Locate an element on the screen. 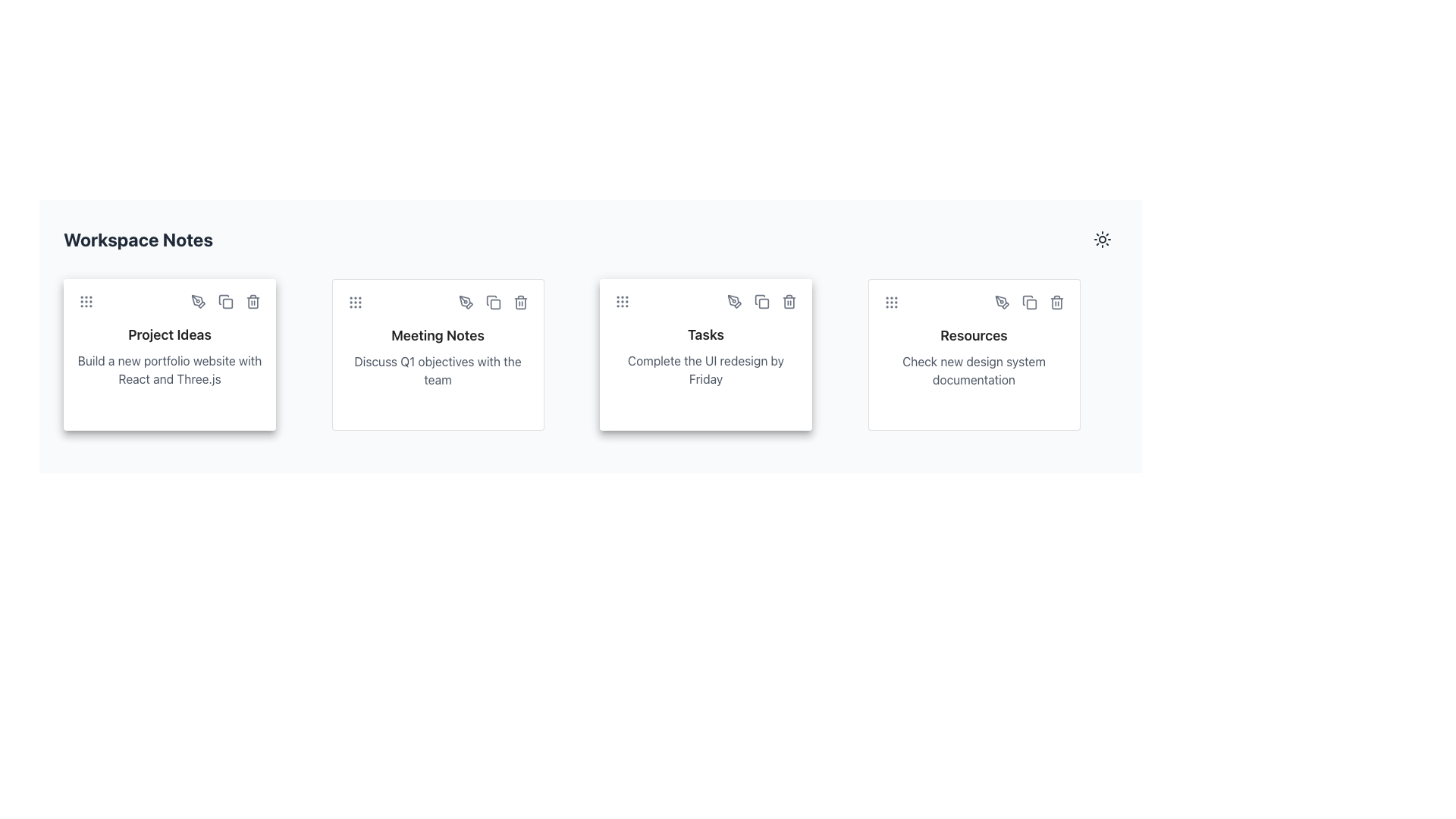 This screenshot has width=1456, height=819. the copy icon located in the top-right area of the 'Project Ideas' card is located at coordinates (227, 303).